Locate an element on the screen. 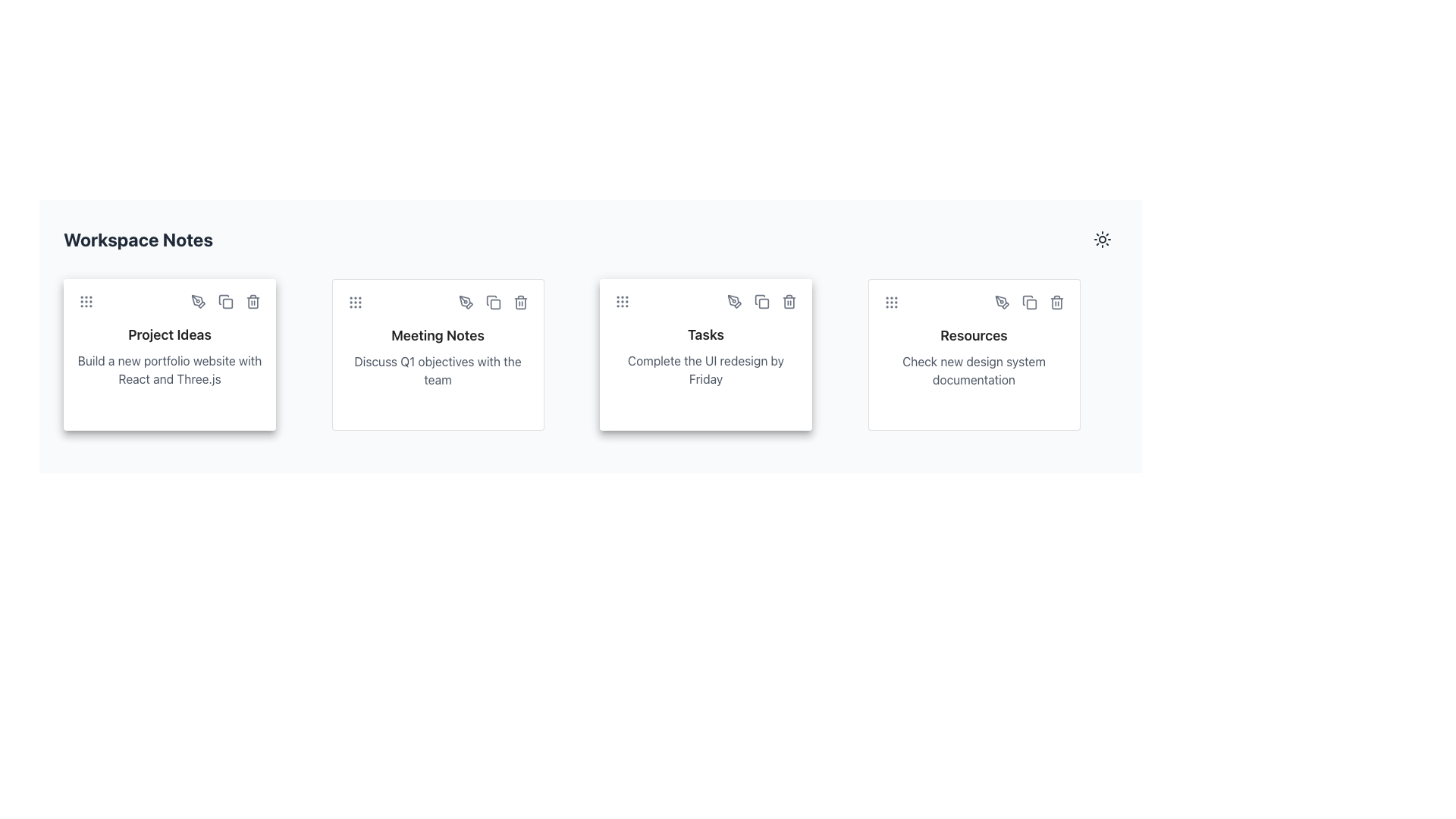 This screenshot has width=1456, height=819. the copy icon located in the top-right area of the 'Project Ideas' card is located at coordinates (227, 303).